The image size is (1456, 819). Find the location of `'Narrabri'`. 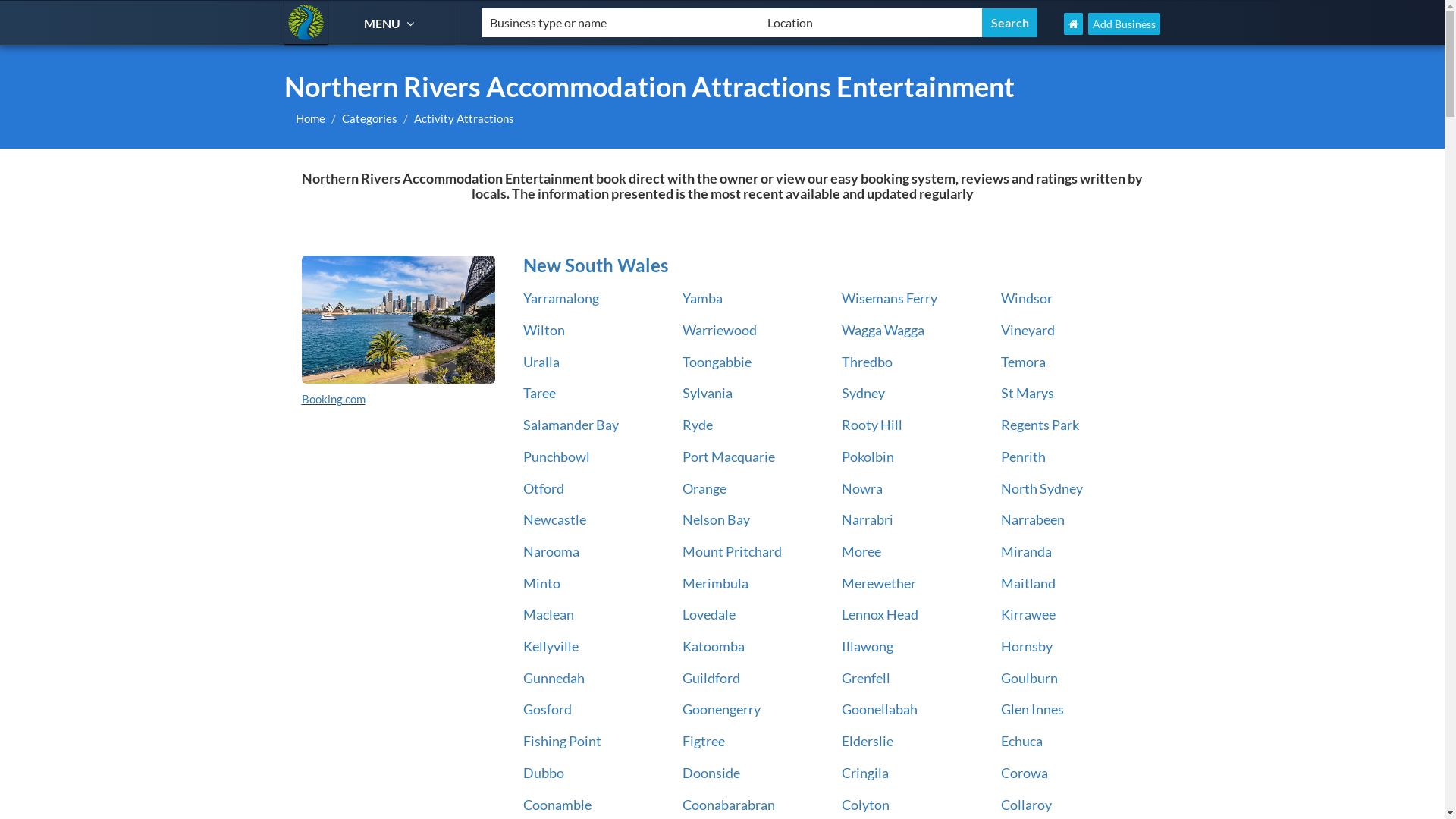

'Narrabri' is located at coordinates (840, 519).